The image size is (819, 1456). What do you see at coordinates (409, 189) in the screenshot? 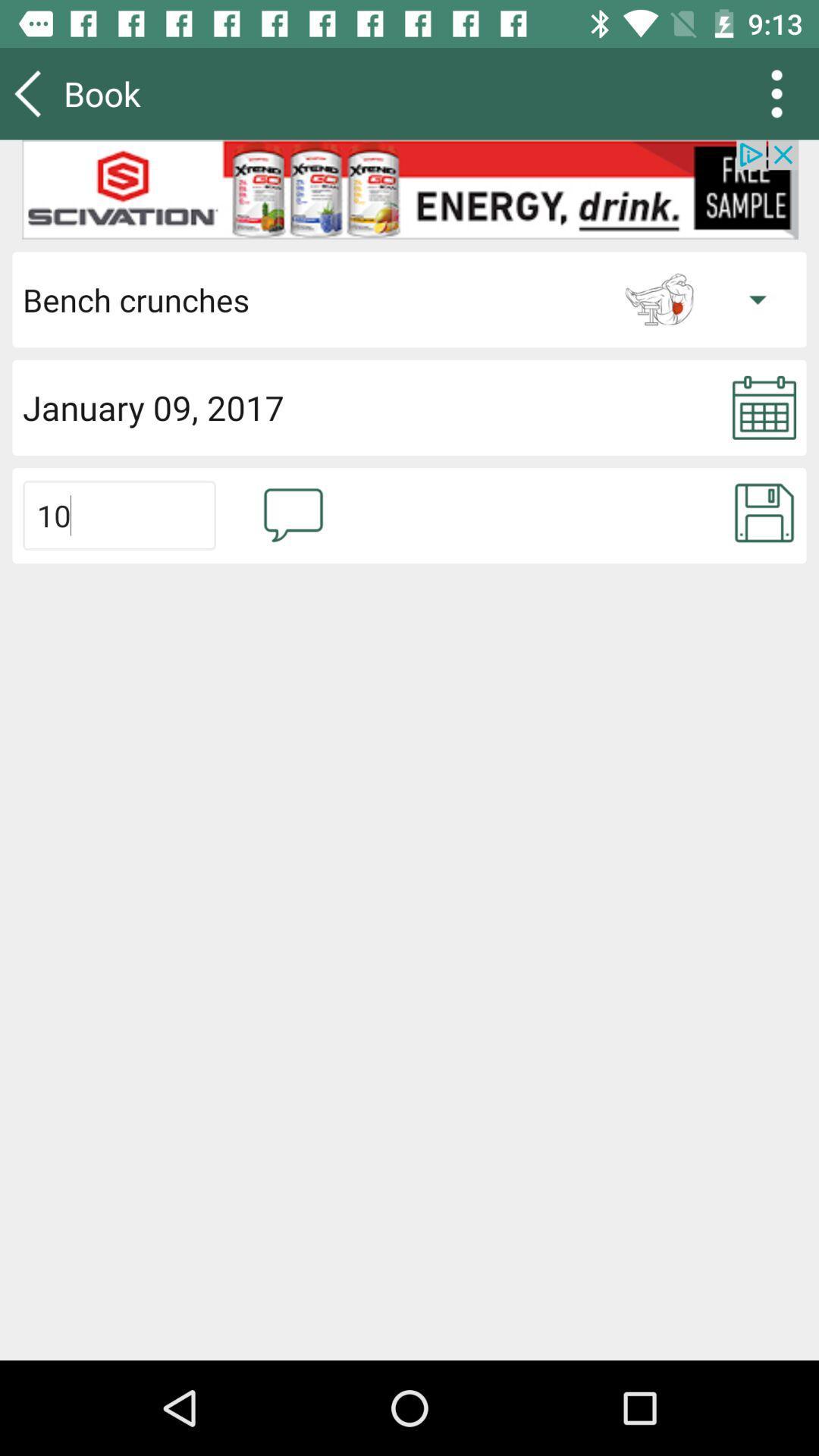
I see `banner advertisement` at bounding box center [409, 189].